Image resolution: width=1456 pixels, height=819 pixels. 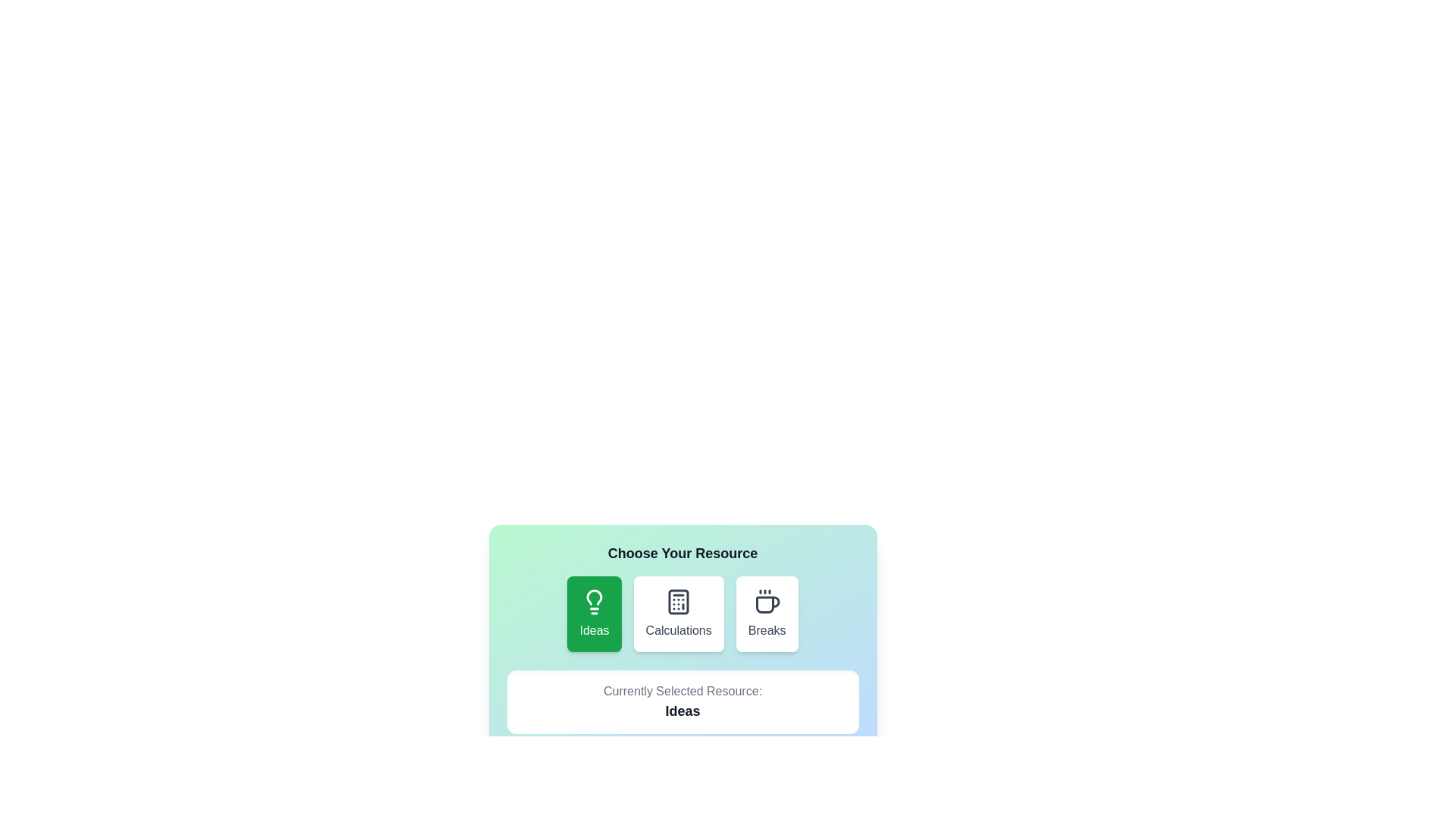 I want to click on the button corresponding to the resource type Calculations, so click(x=678, y=614).